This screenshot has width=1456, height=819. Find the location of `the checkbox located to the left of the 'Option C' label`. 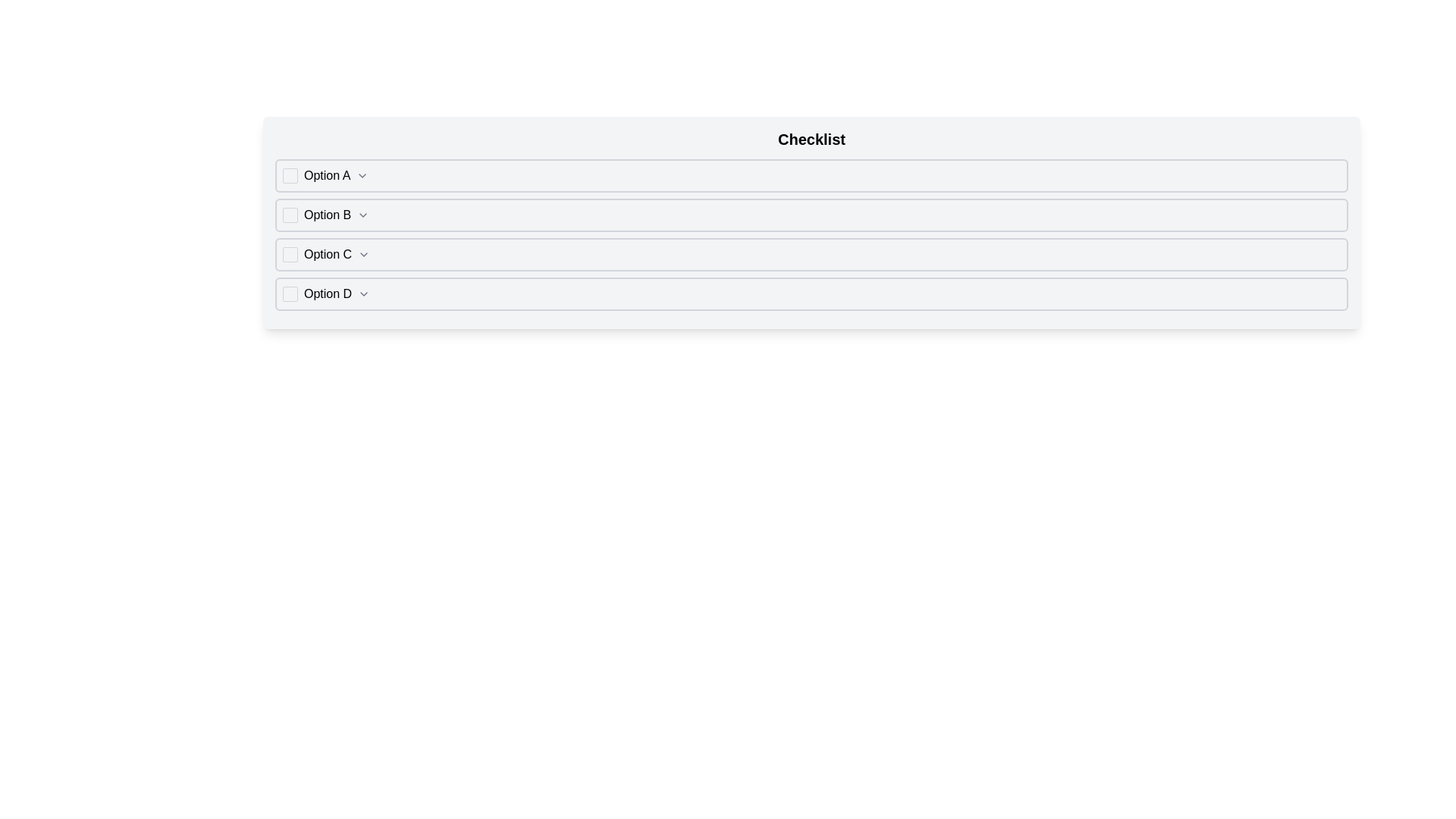

the checkbox located to the left of the 'Option C' label is located at coordinates (290, 253).